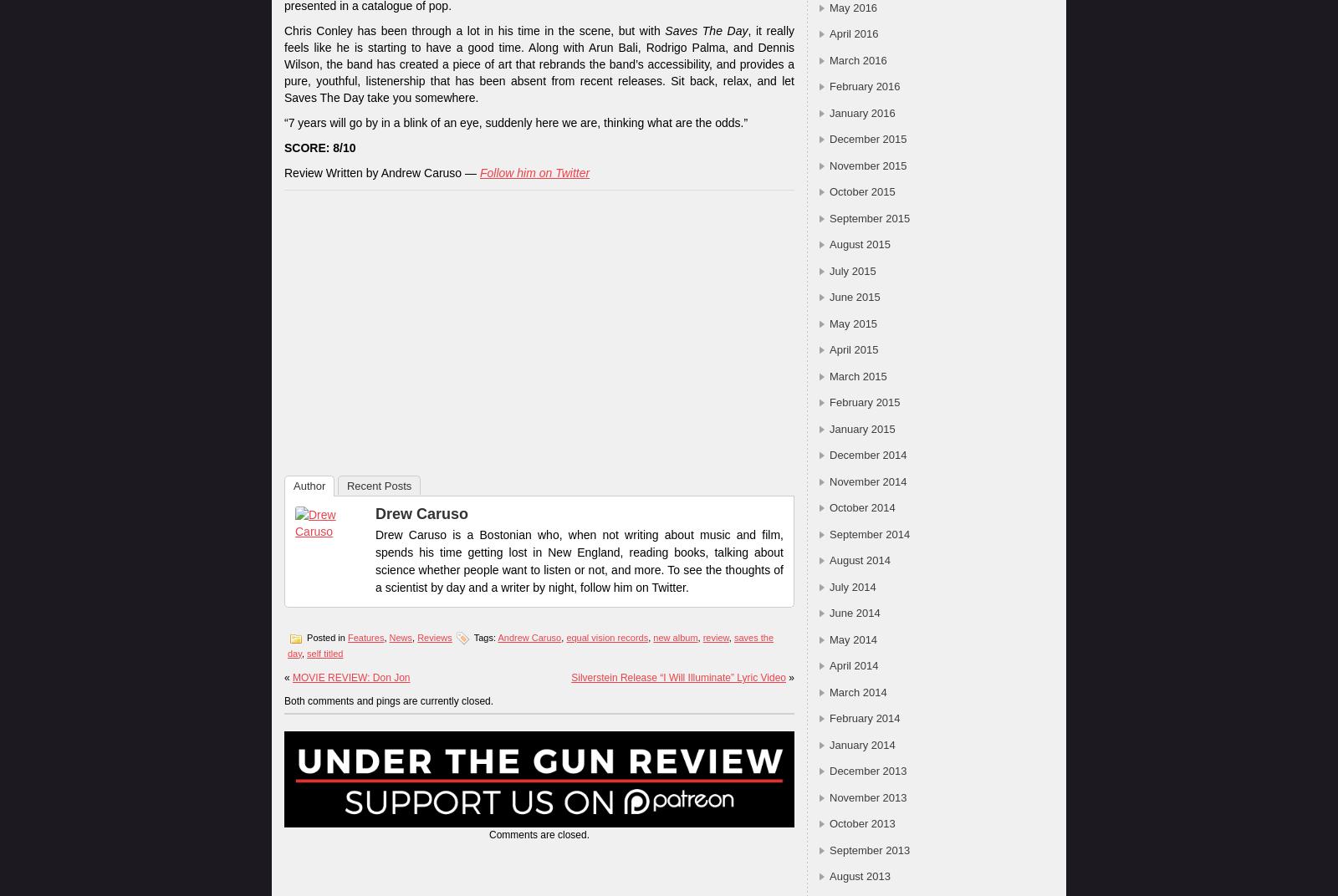  What do you see at coordinates (860, 876) in the screenshot?
I see `'August 2013'` at bounding box center [860, 876].